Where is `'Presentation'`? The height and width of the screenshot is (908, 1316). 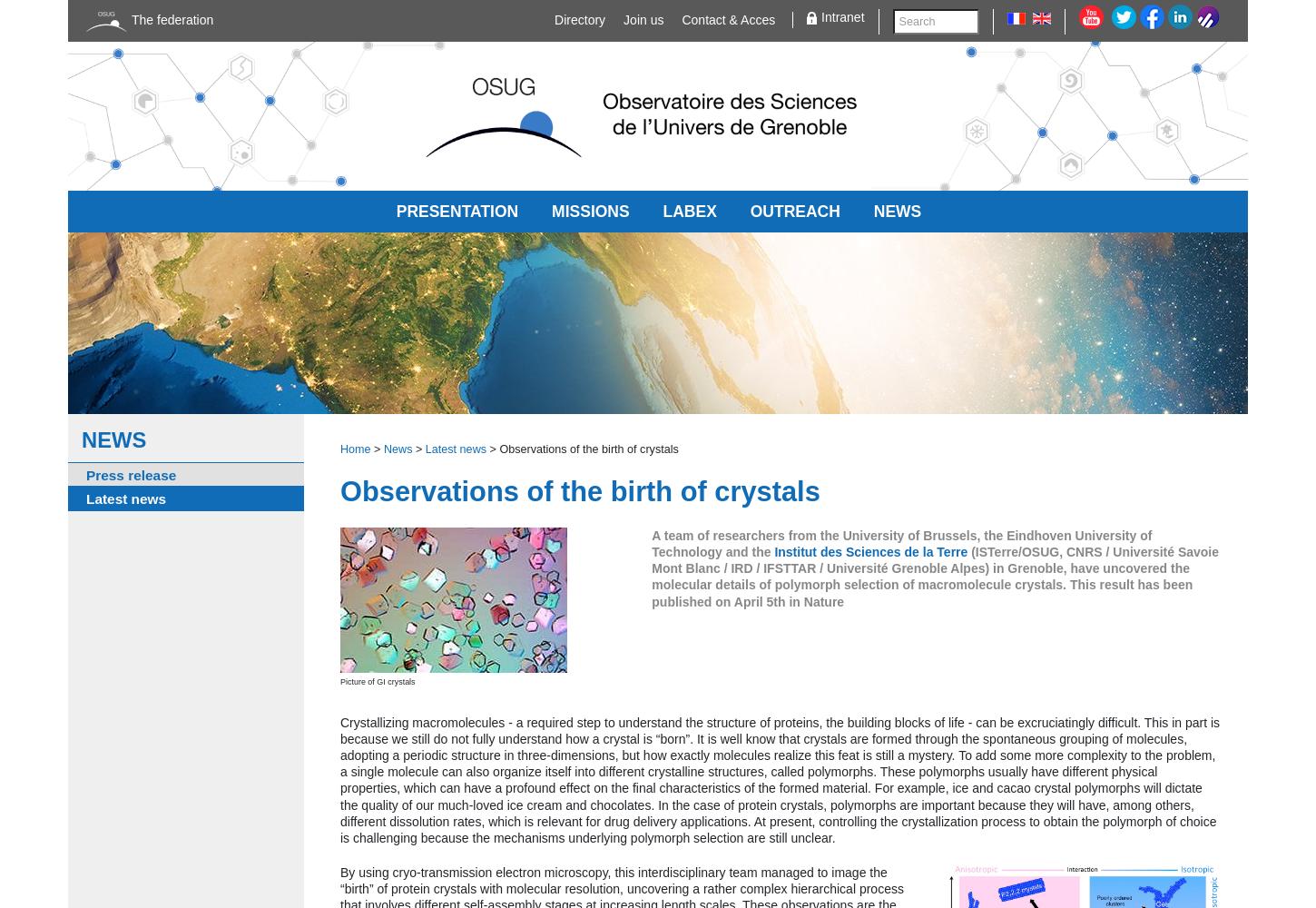 'Presentation' is located at coordinates (457, 210).